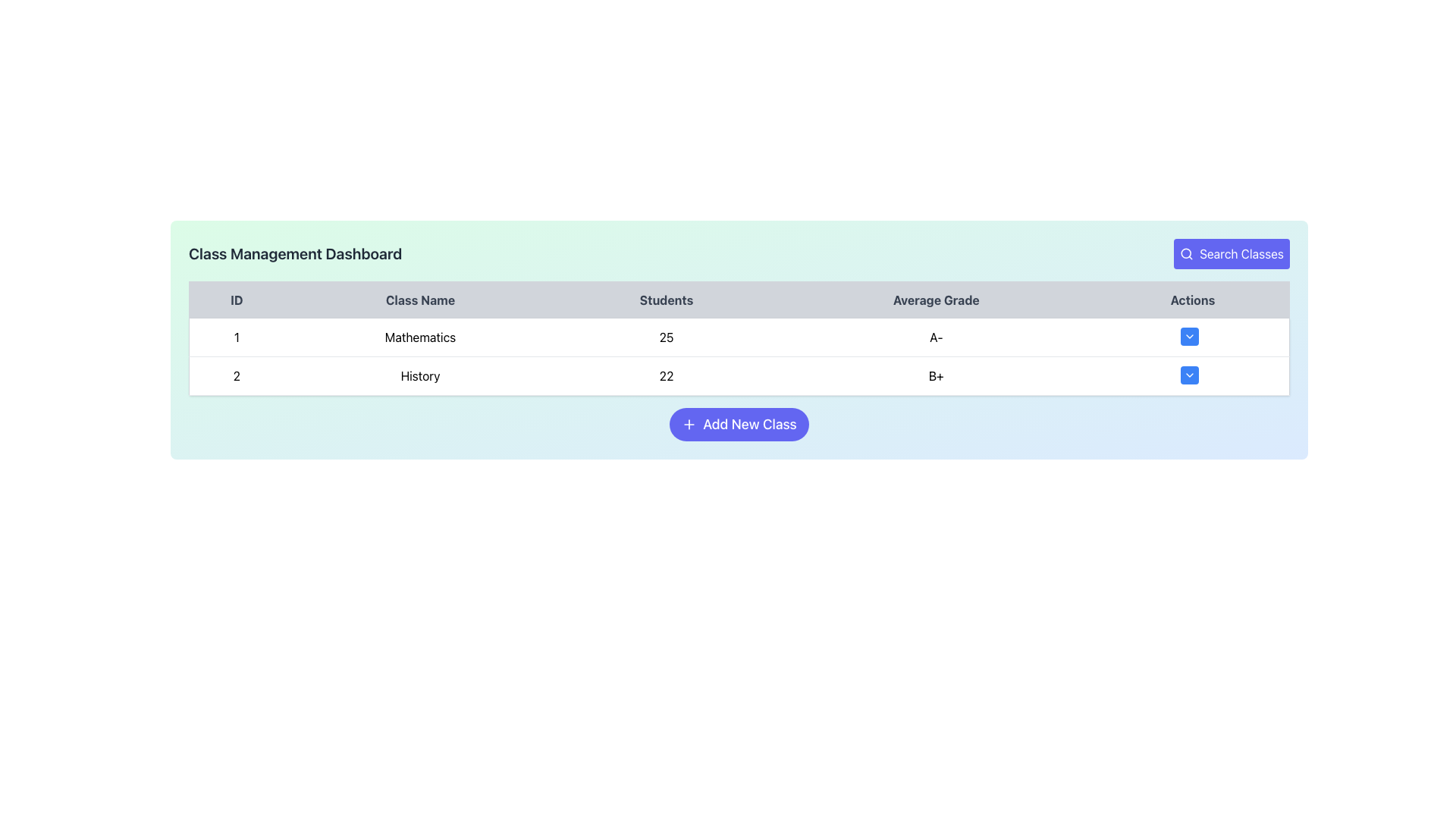  Describe the element at coordinates (666, 337) in the screenshot. I see `the text displaying the number of students enrolled in the 'Mathematics' class, located in the 'Students' column of the class management dashboard` at that location.